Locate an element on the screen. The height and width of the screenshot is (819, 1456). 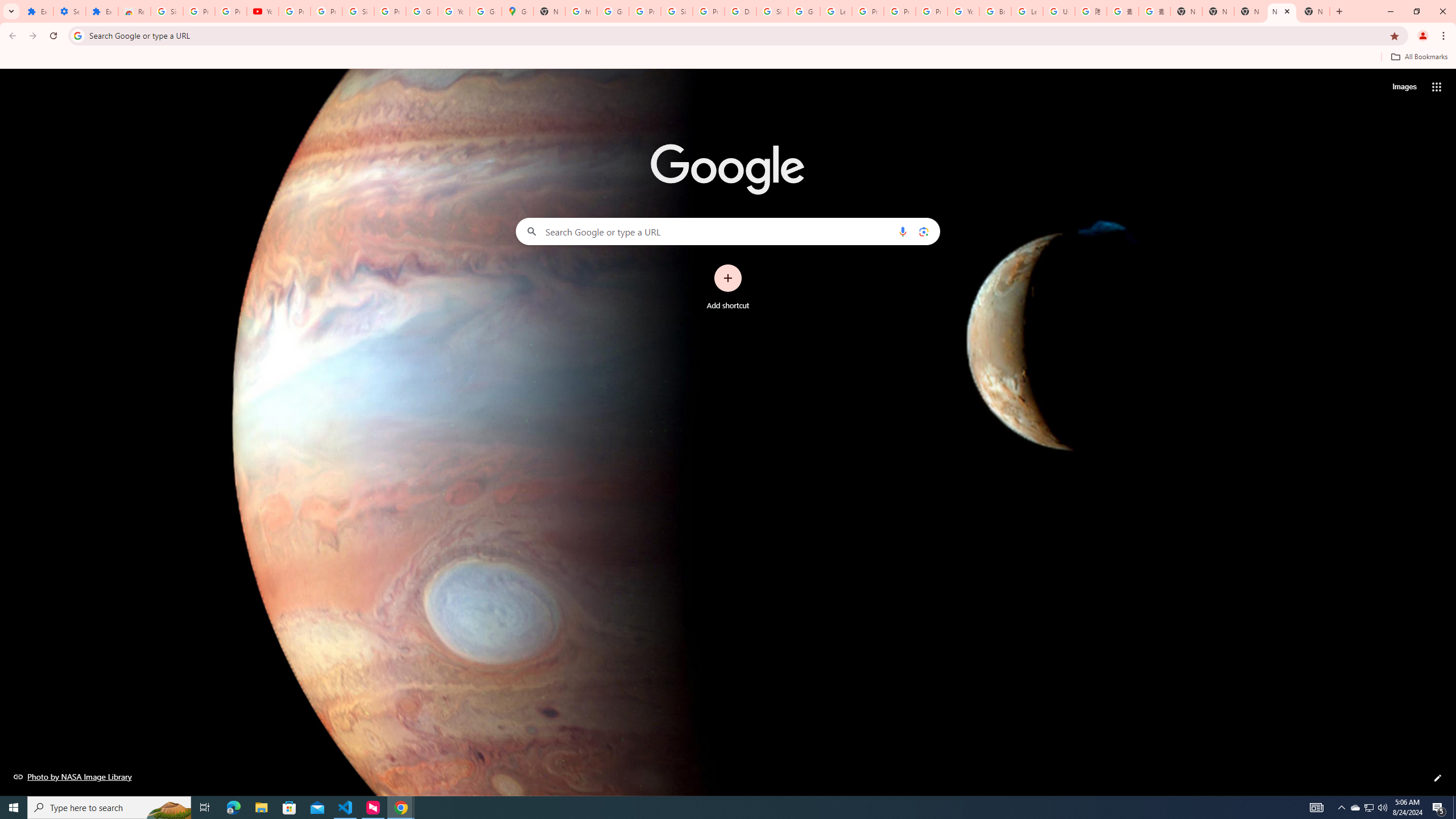
'Google Account' is located at coordinates (421, 11).